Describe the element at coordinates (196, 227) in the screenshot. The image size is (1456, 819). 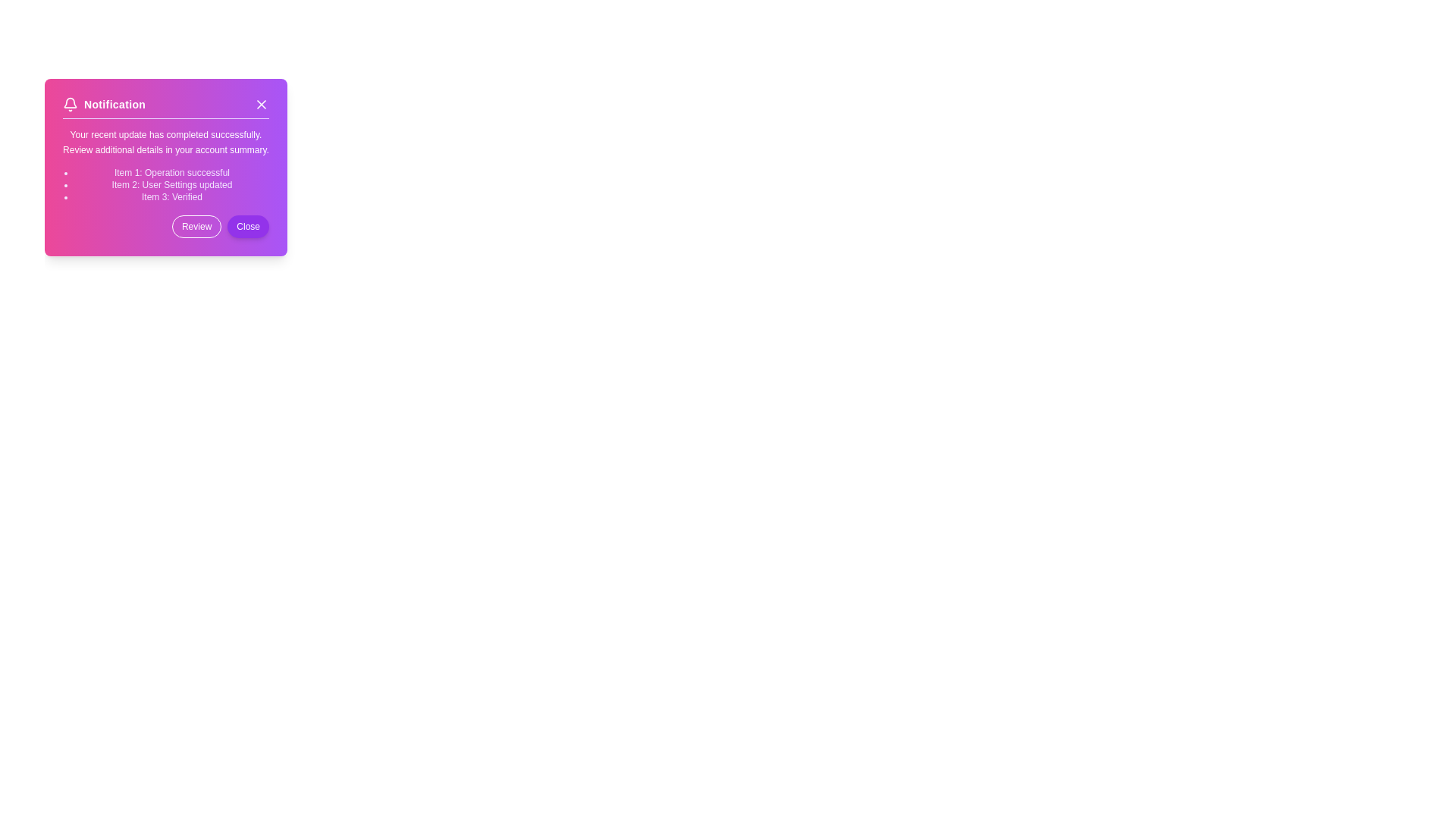
I see `the 'Review' button located in the lower right corner of the notification box to visualize its hover effect` at that location.